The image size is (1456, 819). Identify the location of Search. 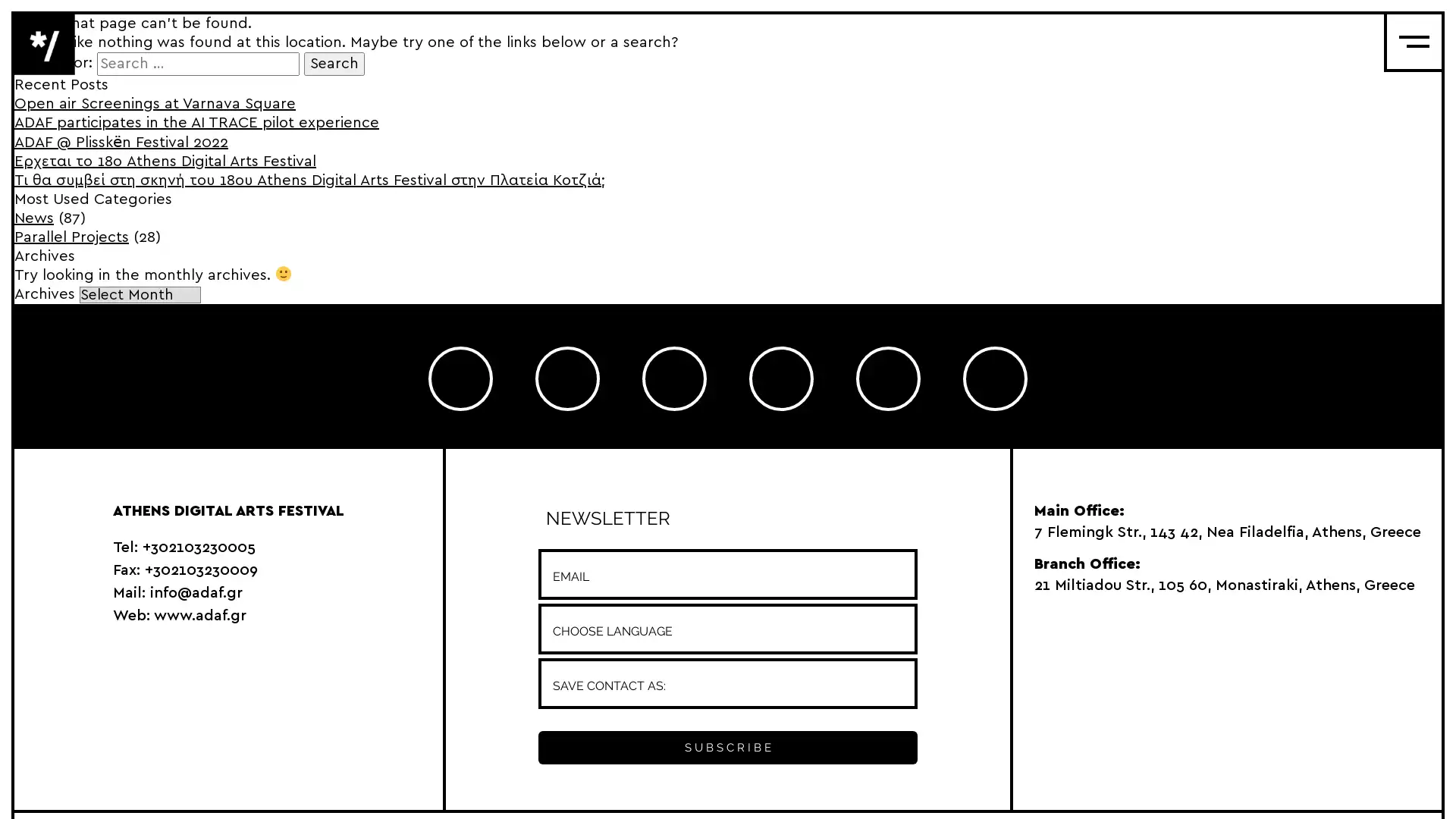
(334, 63).